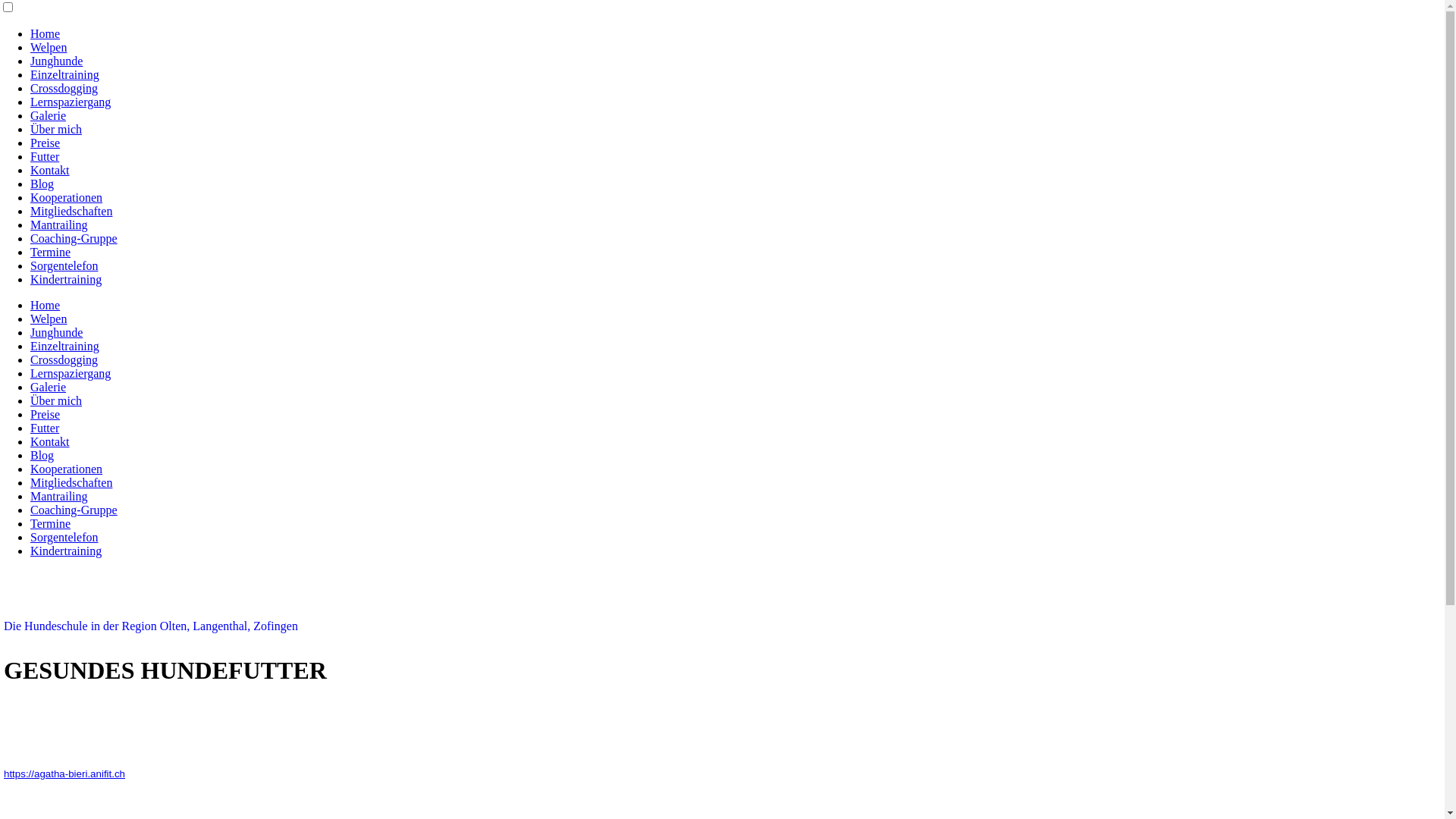 The width and height of the screenshot is (1456, 819). What do you see at coordinates (71, 482) in the screenshot?
I see `'Mitgliedschaften'` at bounding box center [71, 482].